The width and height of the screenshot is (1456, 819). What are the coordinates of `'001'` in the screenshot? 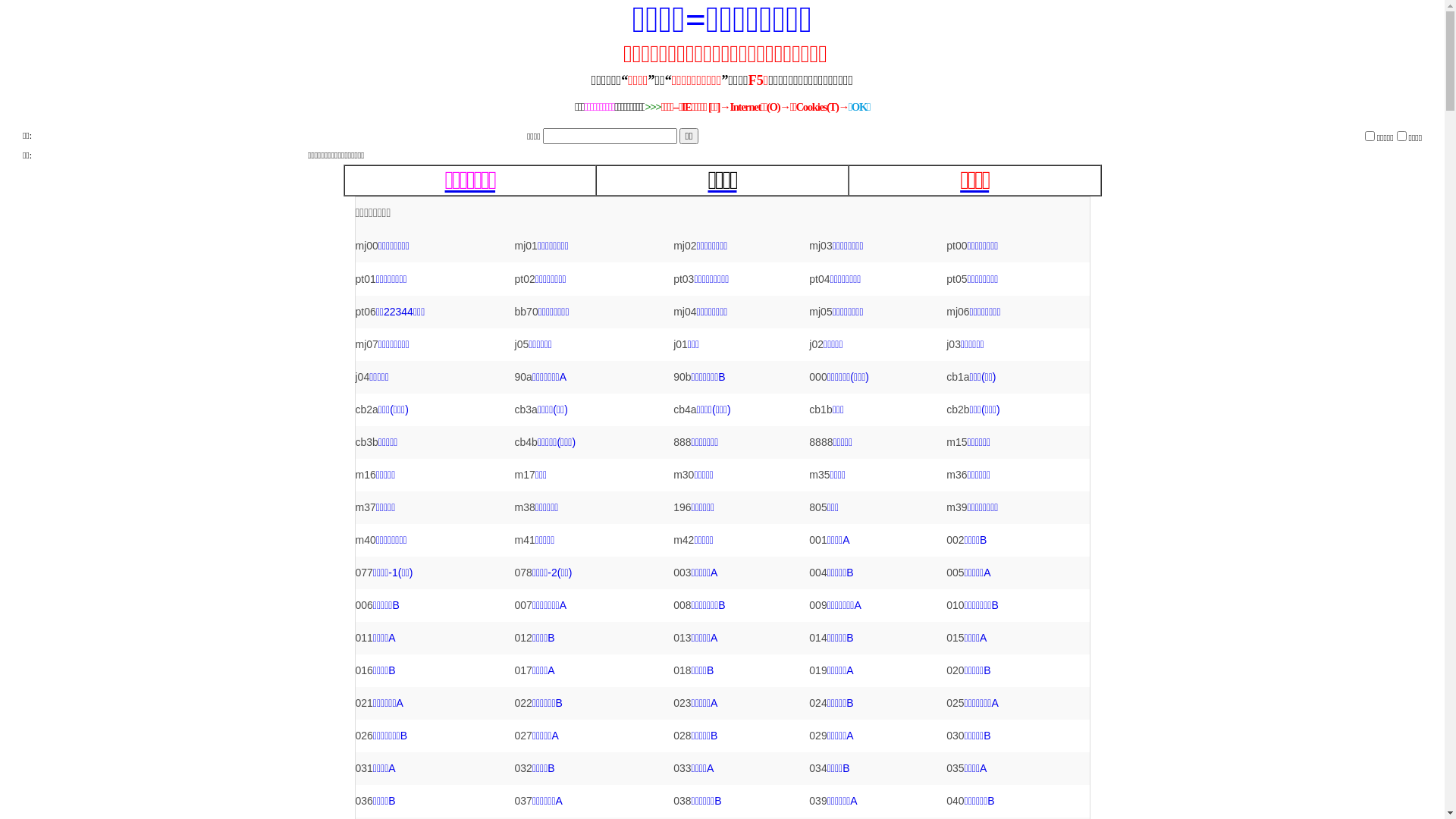 It's located at (817, 539).